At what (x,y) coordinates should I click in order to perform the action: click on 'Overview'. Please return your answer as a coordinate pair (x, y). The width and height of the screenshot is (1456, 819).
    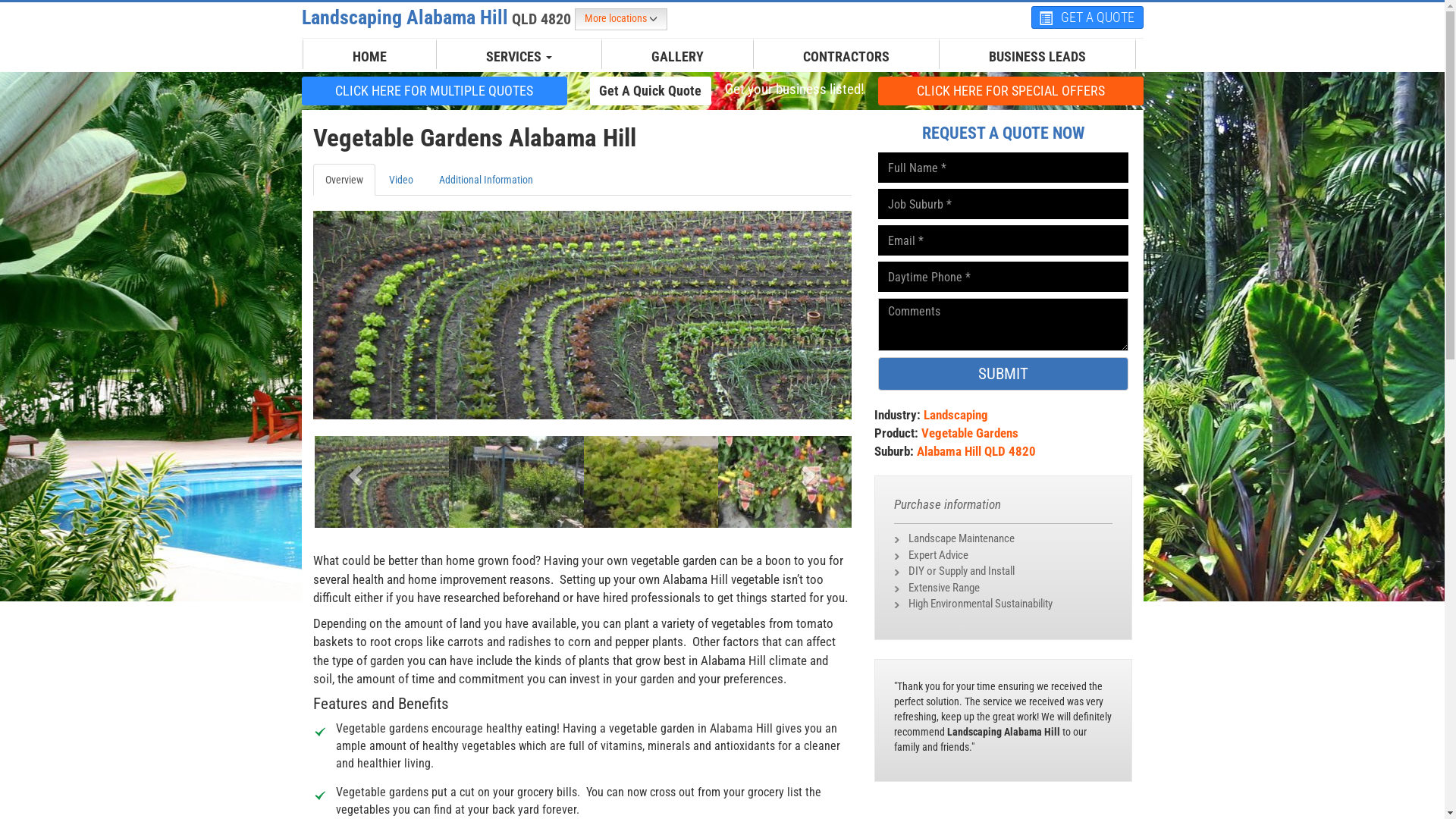
    Looking at the image, I should click on (342, 178).